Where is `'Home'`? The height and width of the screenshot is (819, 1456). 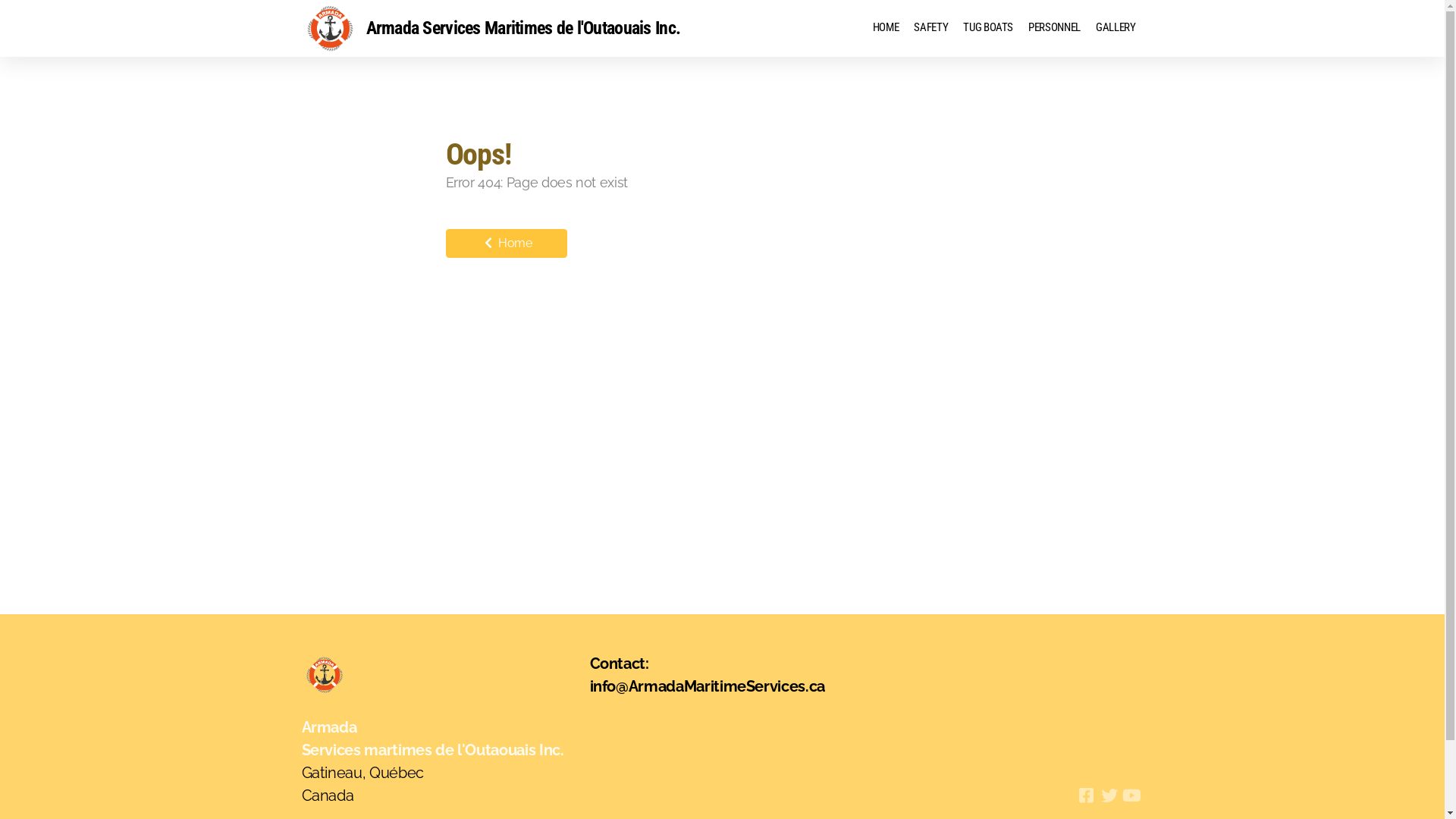 'Home' is located at coordinates (445, 242).